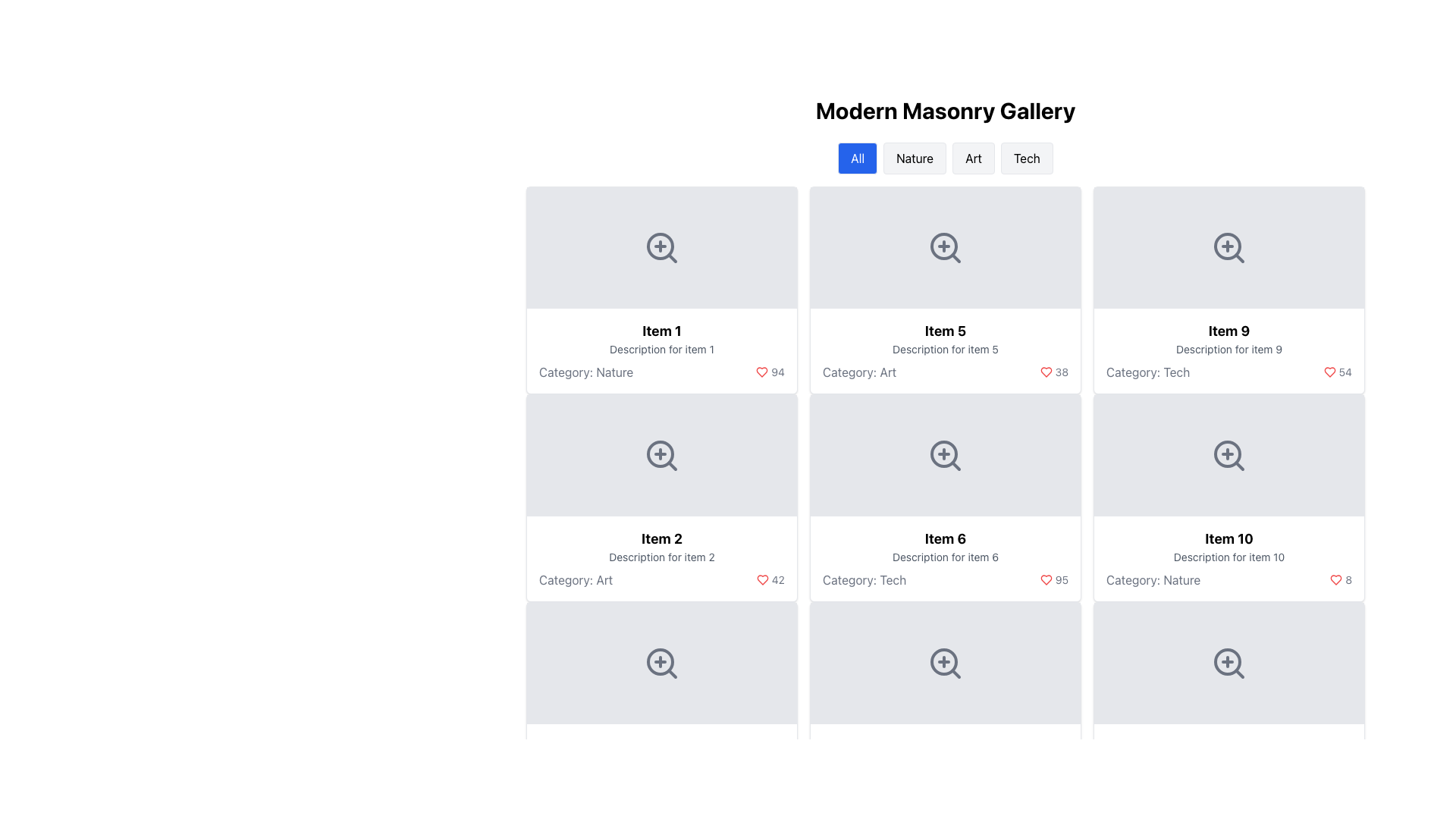 Image resolution: width=1456 pixels, height=819 pixels. I want to click on the informational card section located in the second row of the grid beneath the first item in the first column to identify the associated item, so click(662, 558).